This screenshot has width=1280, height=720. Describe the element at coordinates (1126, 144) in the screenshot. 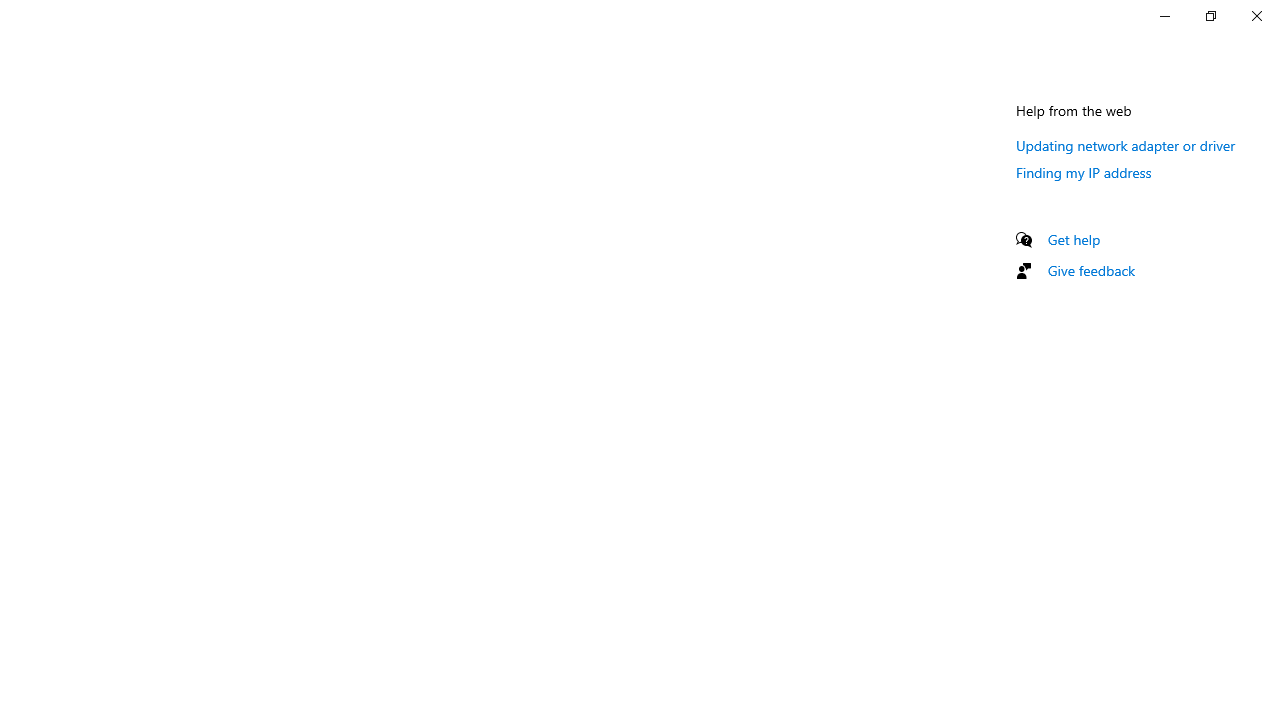

I see `'Updating network adapter or driver'` at that location.